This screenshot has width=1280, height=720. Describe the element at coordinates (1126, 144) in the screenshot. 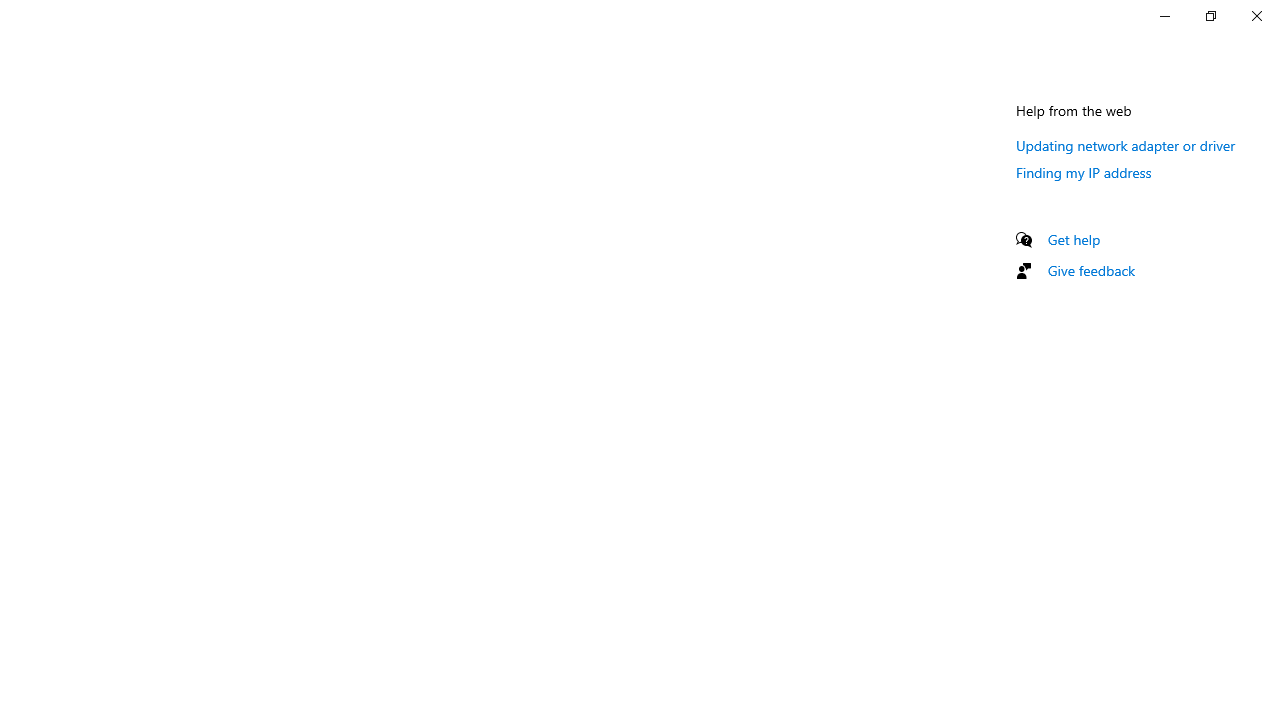

I see `'Updating network adapter or driver'` at that location.